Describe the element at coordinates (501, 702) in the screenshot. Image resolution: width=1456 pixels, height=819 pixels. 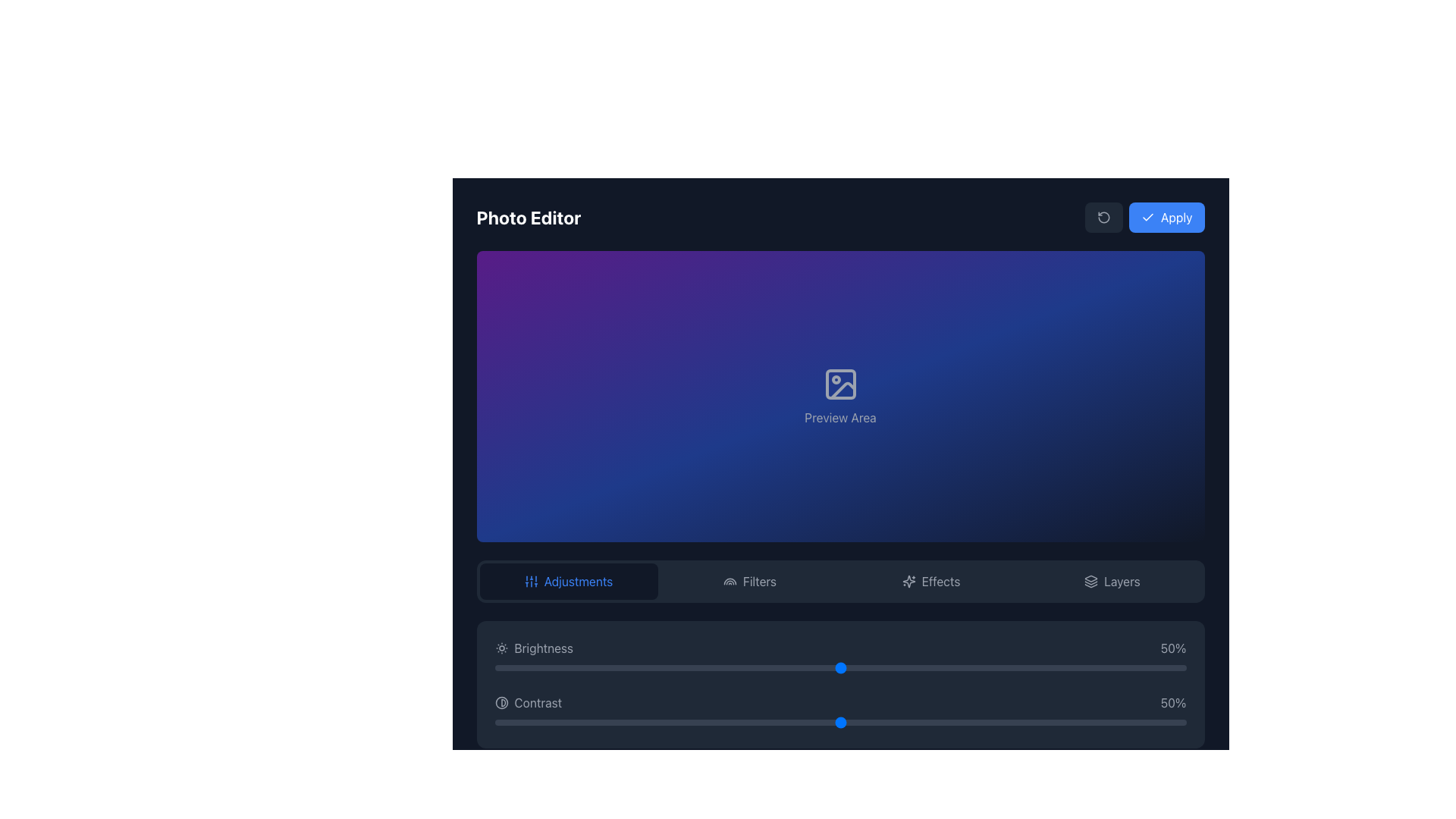
I see `the circular icon located to the left of the 'Contrast' text label` at that location.